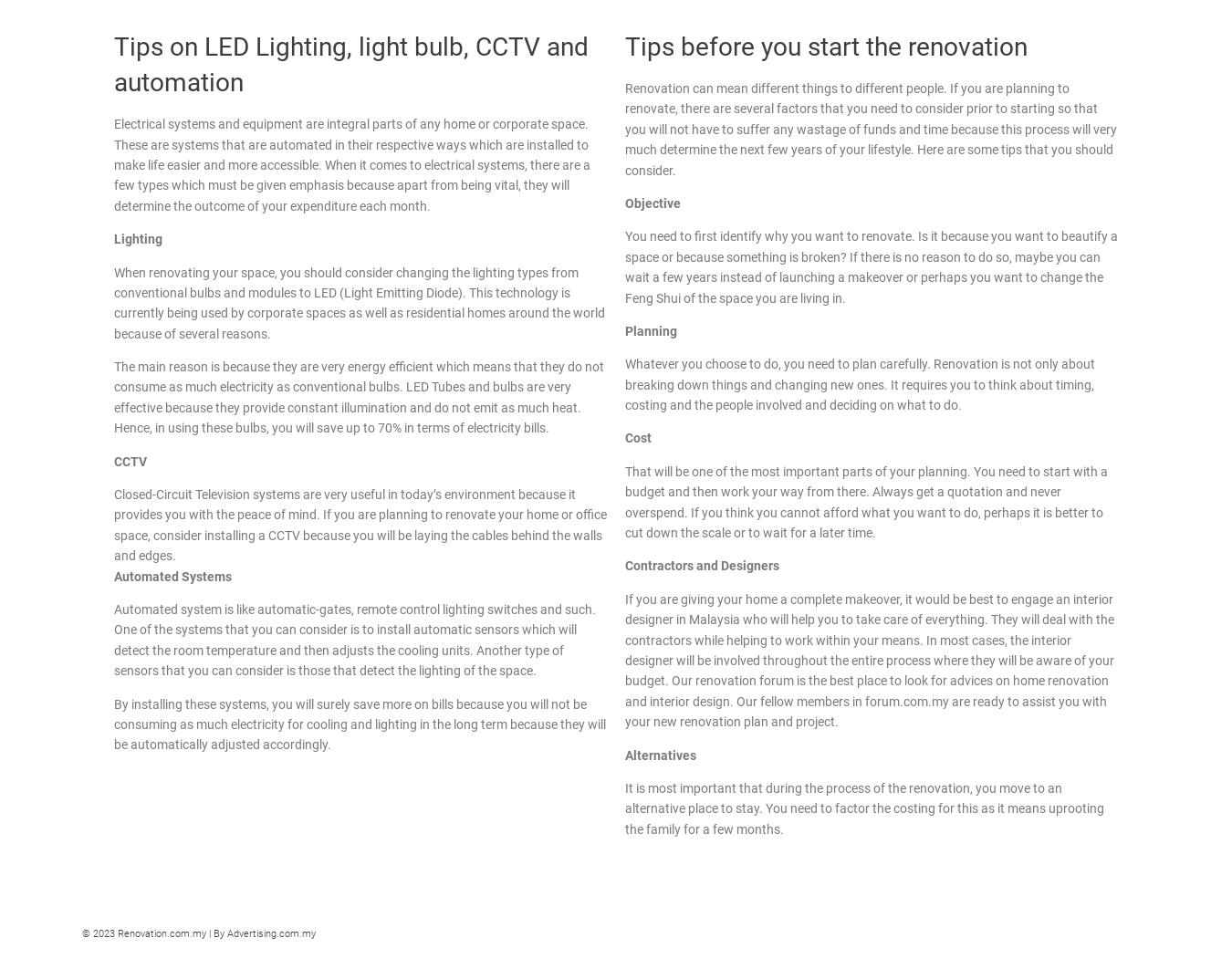 The height and width of the screenshot is (969, 1232). What do you see at coordinates (623, 753) in the screenshot?
I see `'Alternatives'` at bounding box center [623, 753].